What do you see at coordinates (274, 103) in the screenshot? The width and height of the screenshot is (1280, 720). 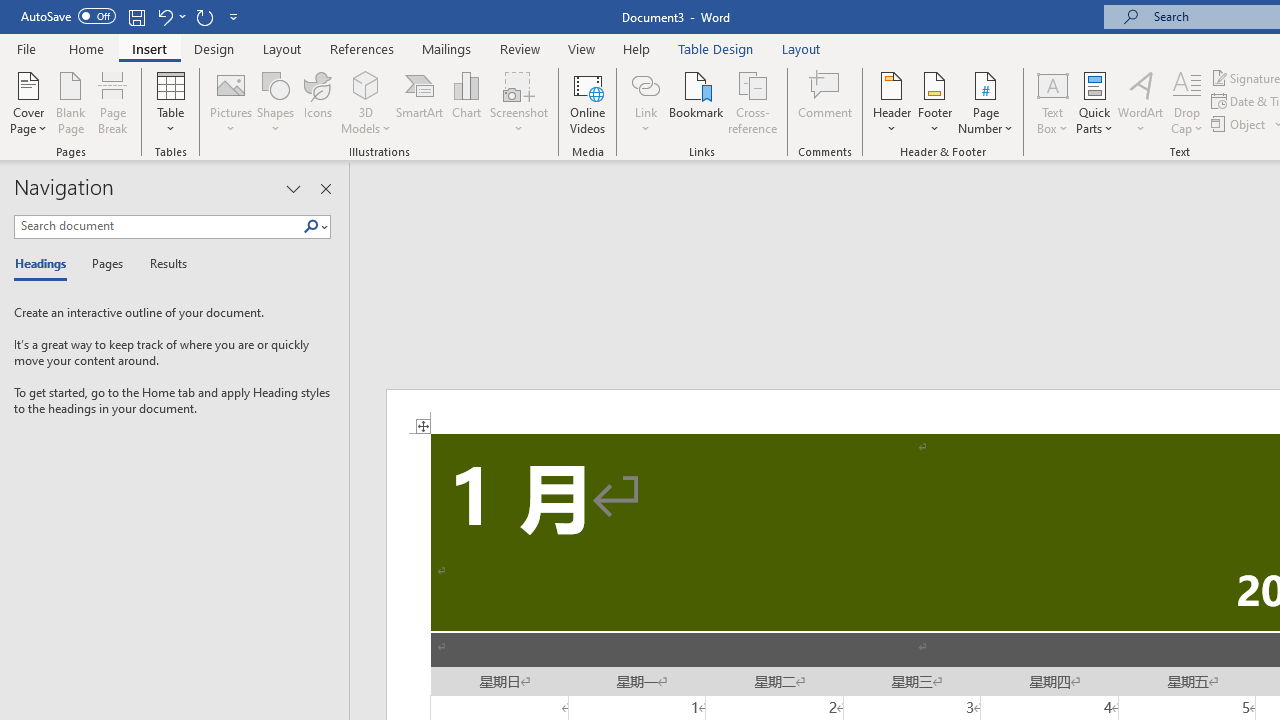 I see `'Shapes'` at bounding box center [274, 103].